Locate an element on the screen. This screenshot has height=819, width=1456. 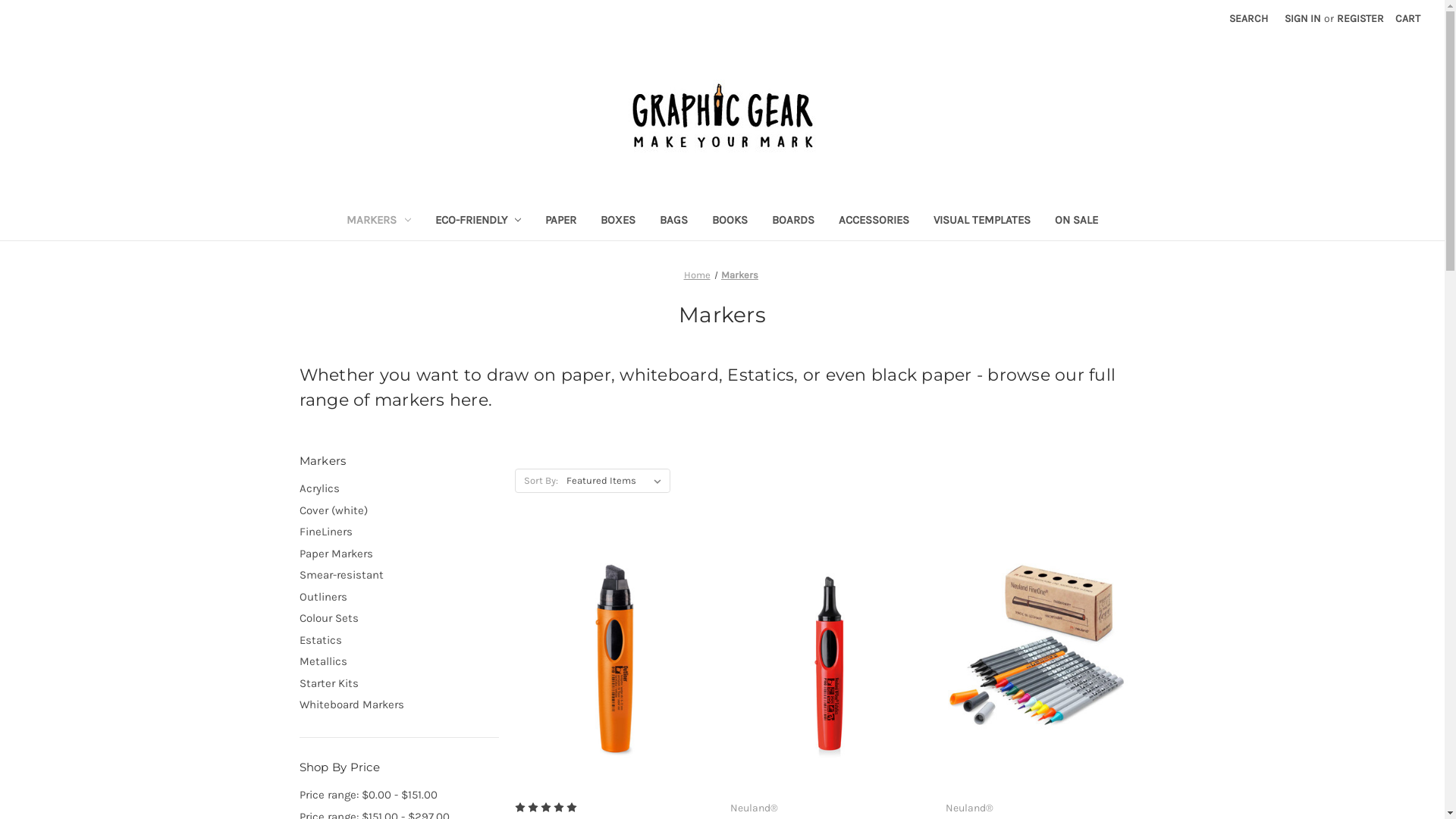
'BOXES' is located at coordinates (588, 221).